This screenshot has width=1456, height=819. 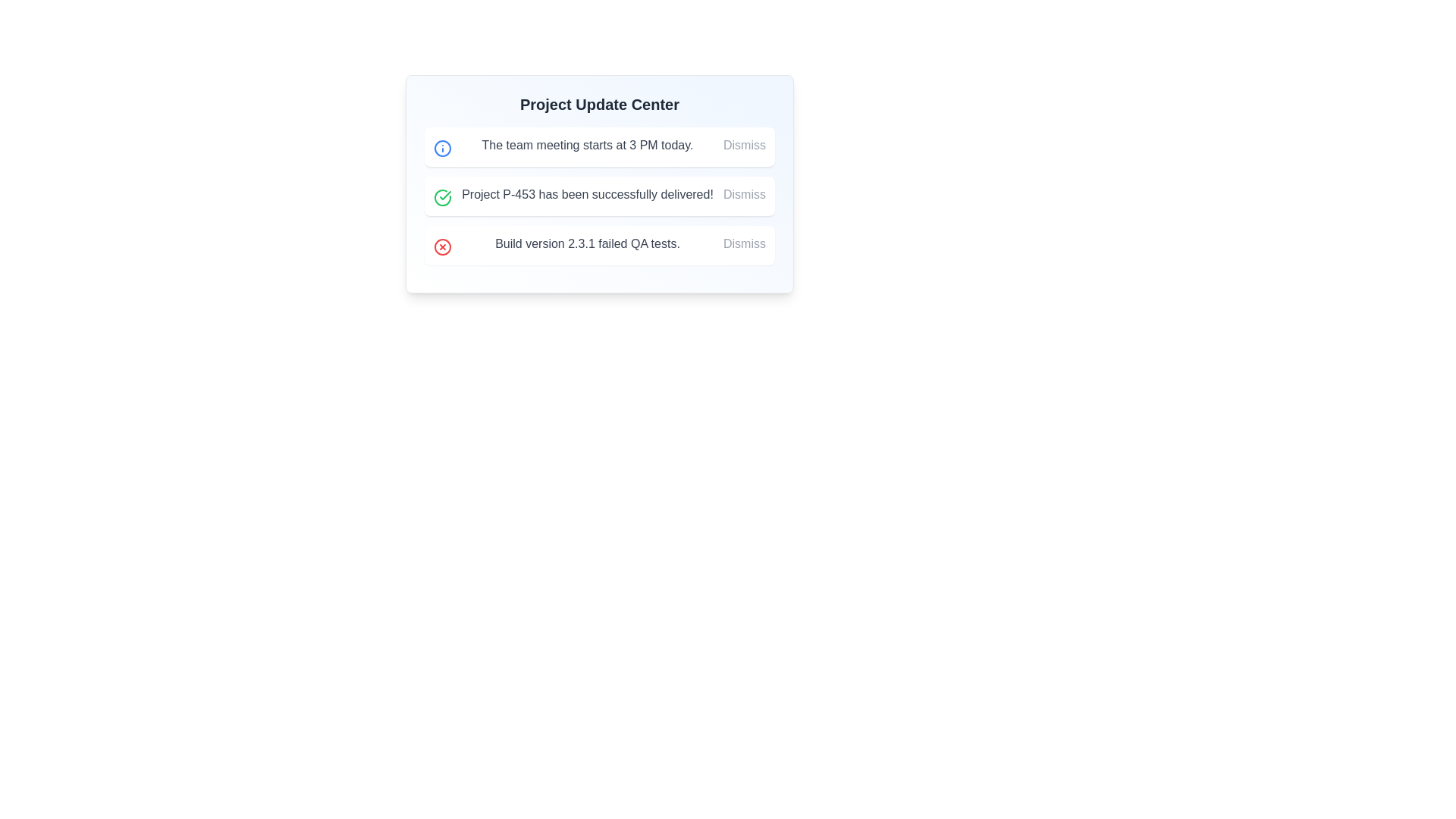 I want to click on the information icon located in the first notification box, which precedes the text 'The team meeting starts at 3 PM today.', so click(x=442, y=149).